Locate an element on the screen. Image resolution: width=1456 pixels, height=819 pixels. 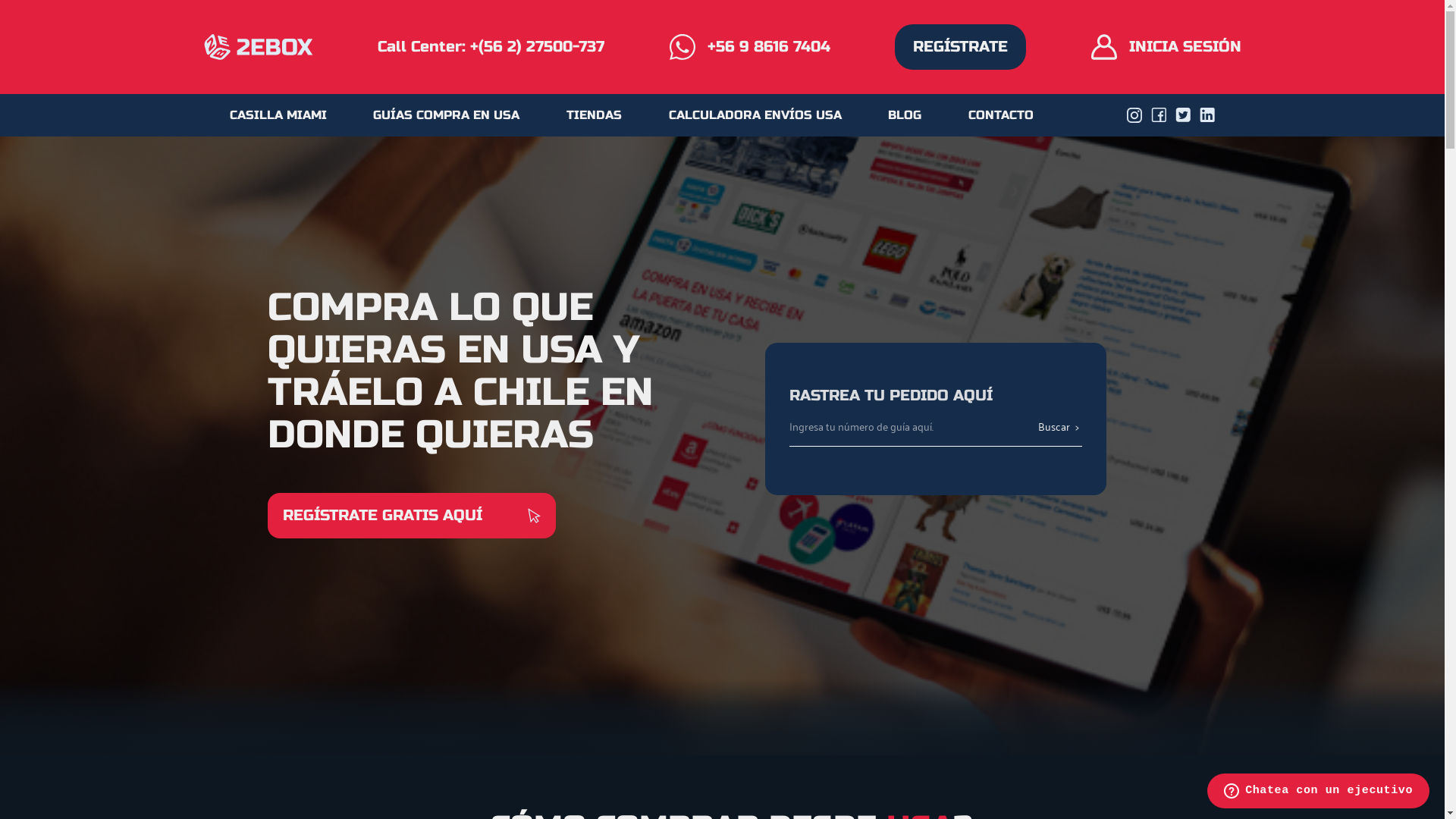
'TIENDAS' is located at coordinates (593, 114).